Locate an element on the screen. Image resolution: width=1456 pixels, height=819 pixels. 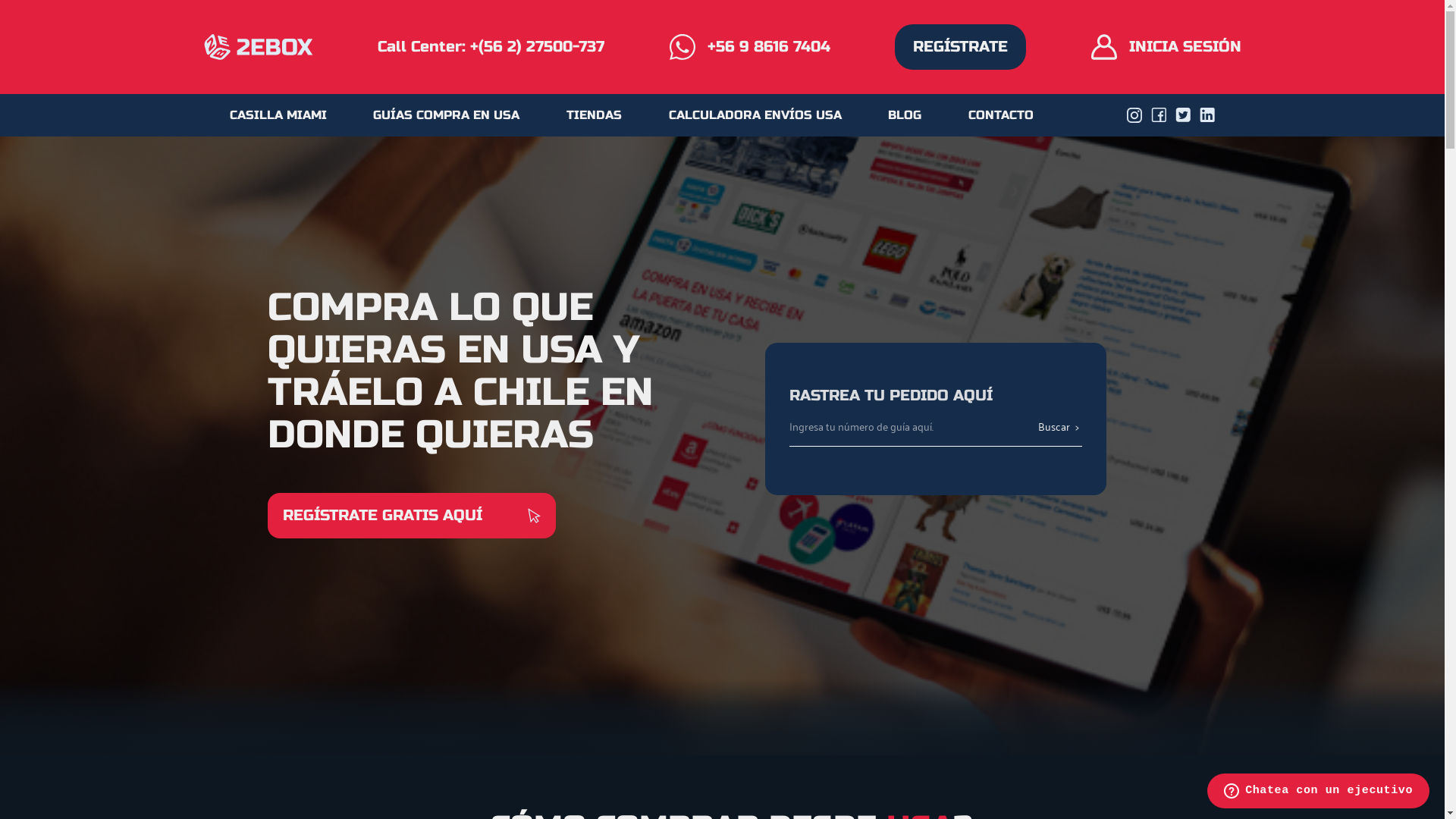
'TIENDAS' is located at coordinates (593, 114).